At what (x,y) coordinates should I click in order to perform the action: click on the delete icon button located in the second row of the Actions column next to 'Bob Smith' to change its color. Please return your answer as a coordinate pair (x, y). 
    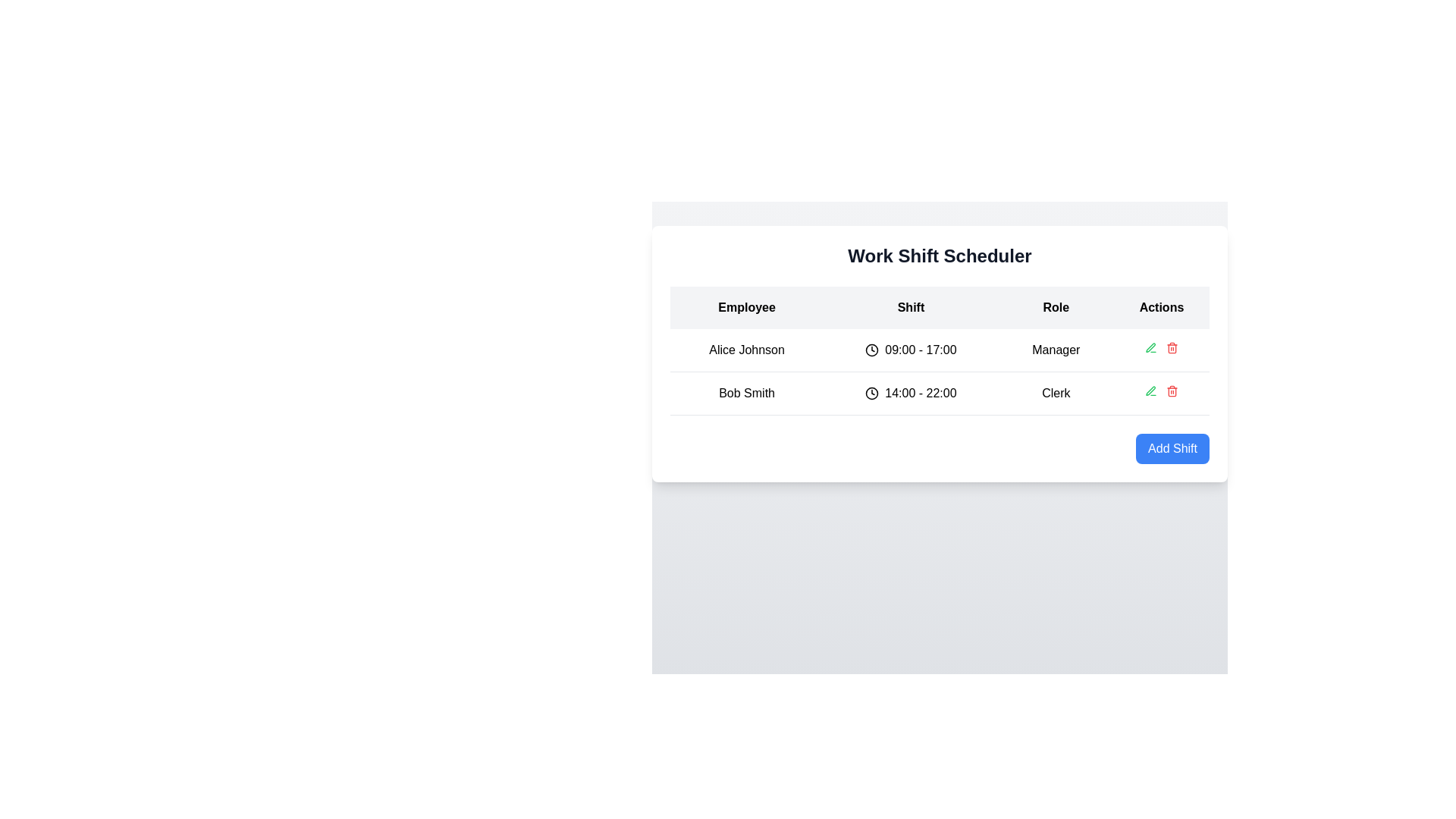
    Looking at the image, I should click on (1171, 391).